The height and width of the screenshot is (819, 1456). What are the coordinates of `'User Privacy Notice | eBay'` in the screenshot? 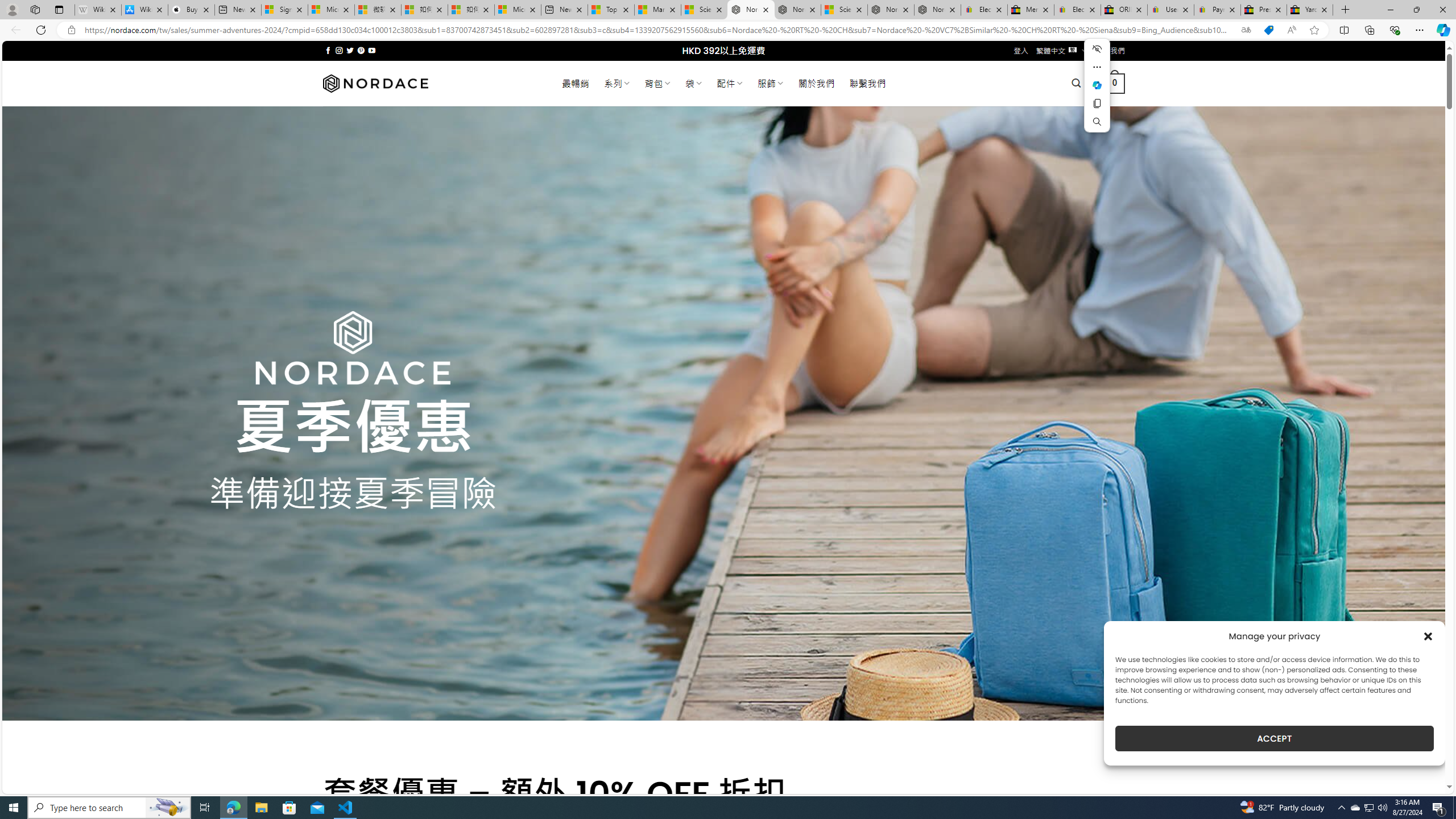 It's located at (1170, 9).